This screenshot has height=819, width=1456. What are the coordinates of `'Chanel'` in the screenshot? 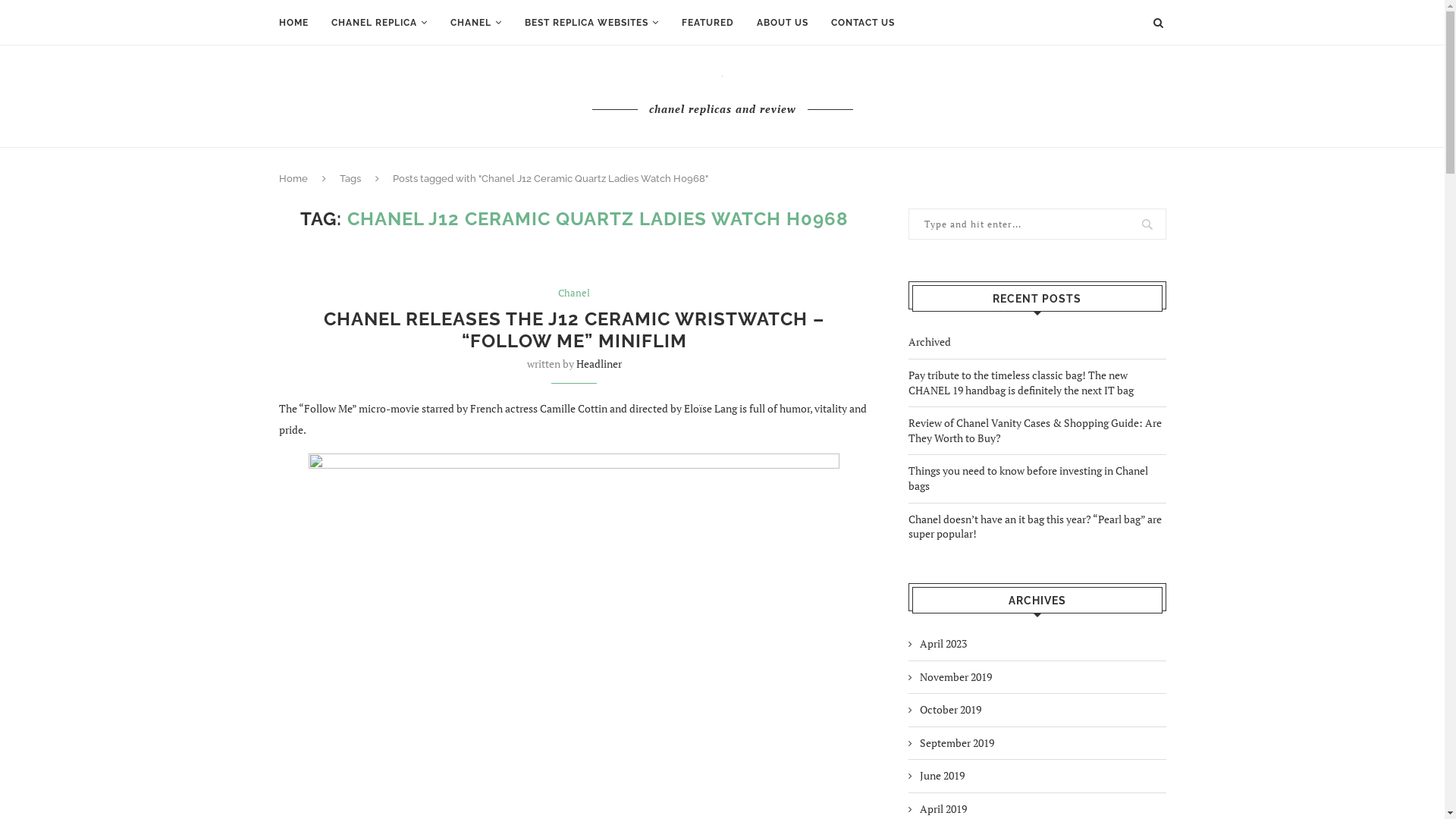 It's located at (573, 293).